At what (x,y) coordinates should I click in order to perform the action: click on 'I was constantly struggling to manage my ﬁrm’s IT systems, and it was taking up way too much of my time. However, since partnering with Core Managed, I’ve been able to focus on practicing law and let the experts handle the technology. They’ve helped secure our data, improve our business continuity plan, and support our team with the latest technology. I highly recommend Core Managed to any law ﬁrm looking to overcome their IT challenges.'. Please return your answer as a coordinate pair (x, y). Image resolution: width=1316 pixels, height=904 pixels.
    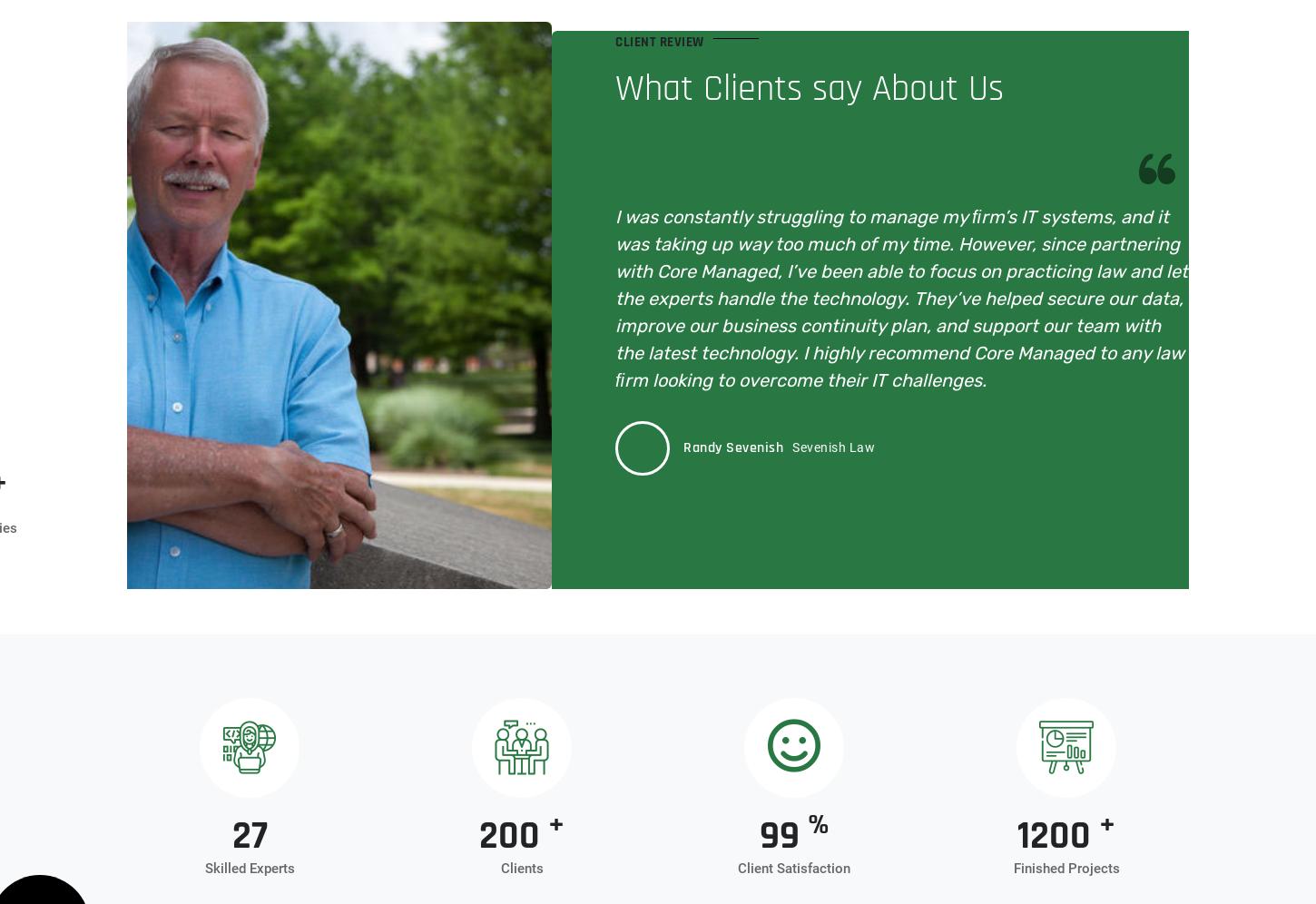
    Looking at the image, I should click on (614, 296).